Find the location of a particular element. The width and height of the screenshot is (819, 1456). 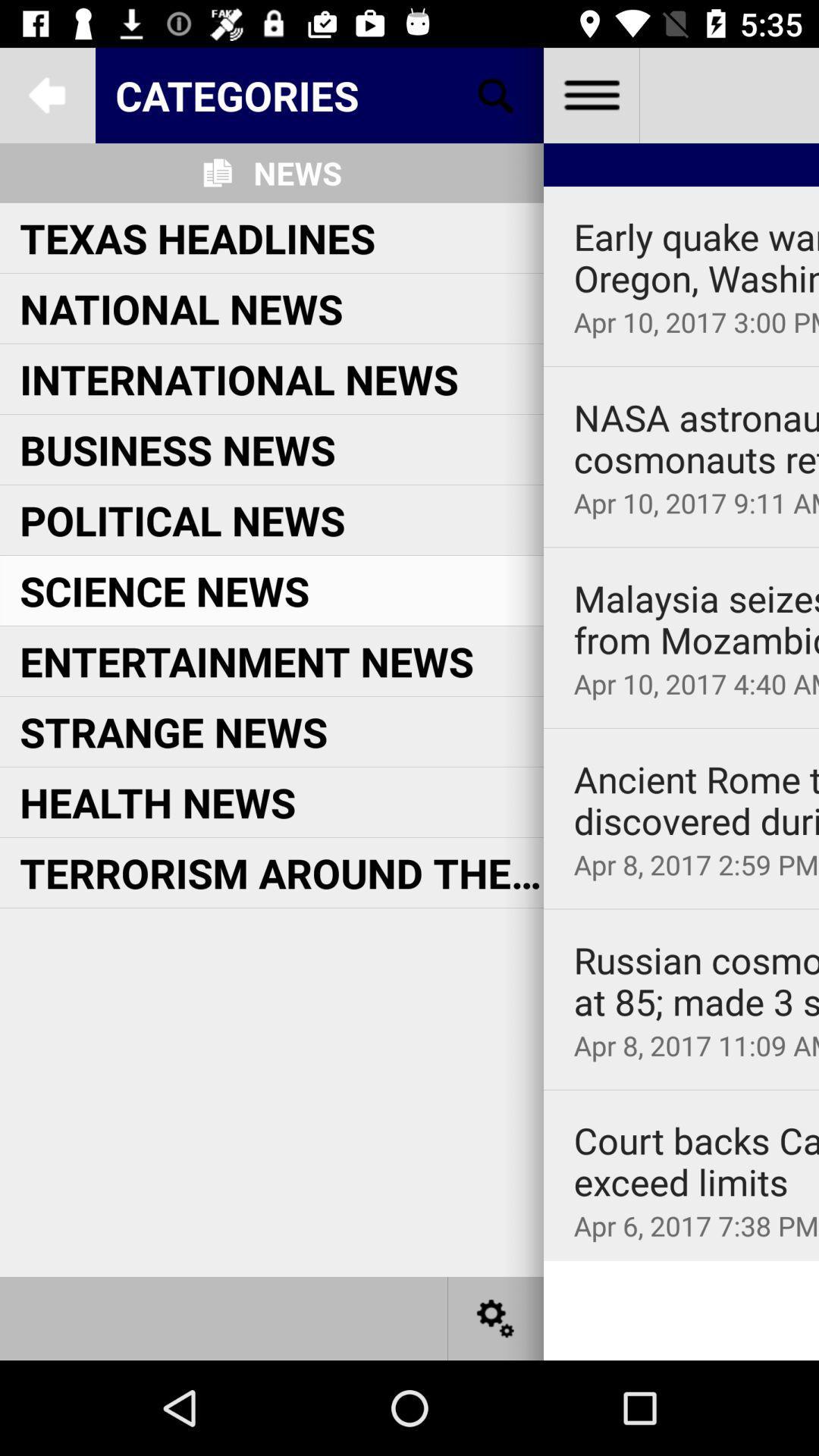

terrorism around the at the center is located at coordinates (281, 872).